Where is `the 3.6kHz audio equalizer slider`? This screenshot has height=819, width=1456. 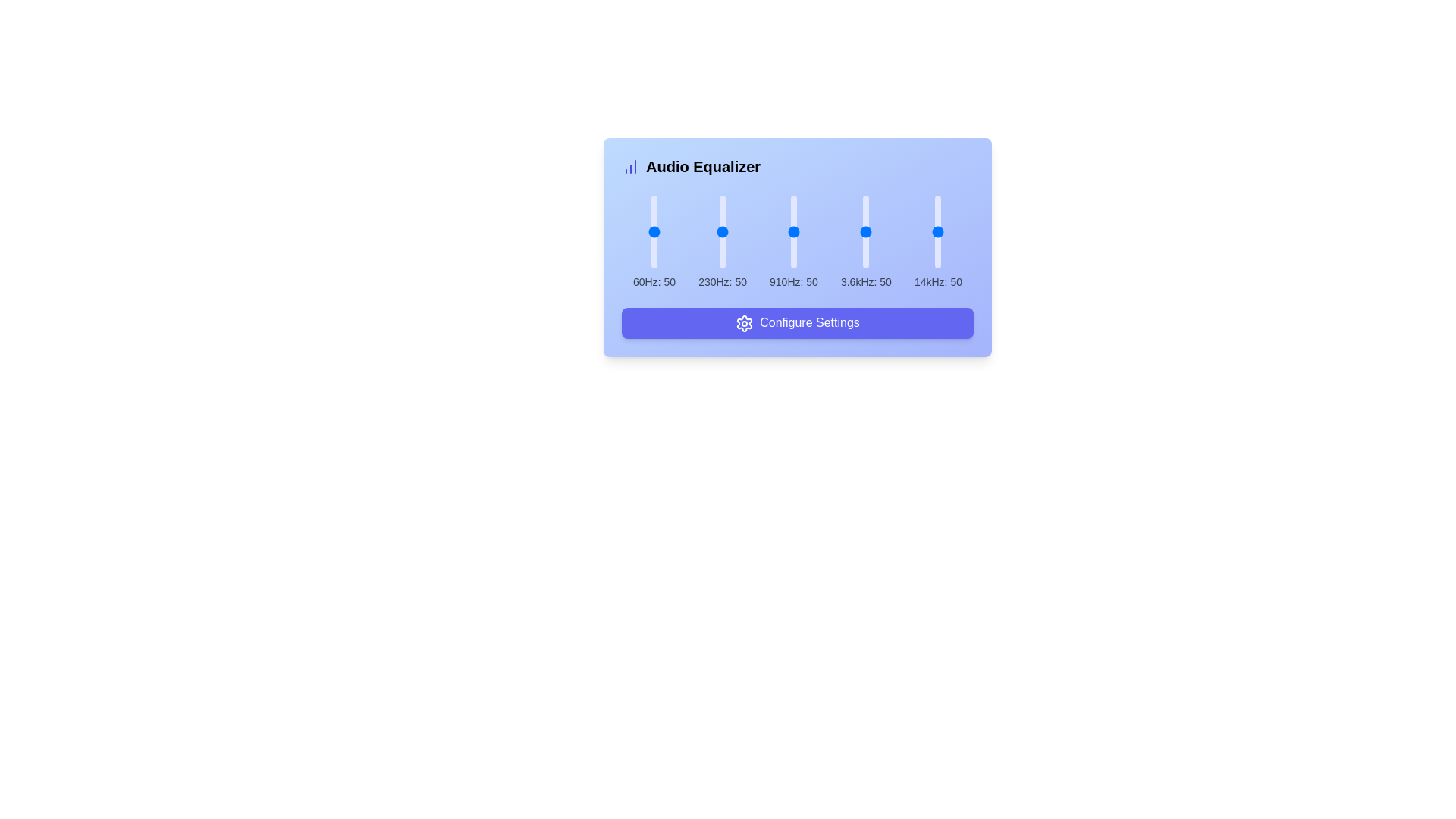
the 3.6kHz audio equalizer slider is located at coordinates (866, 253).